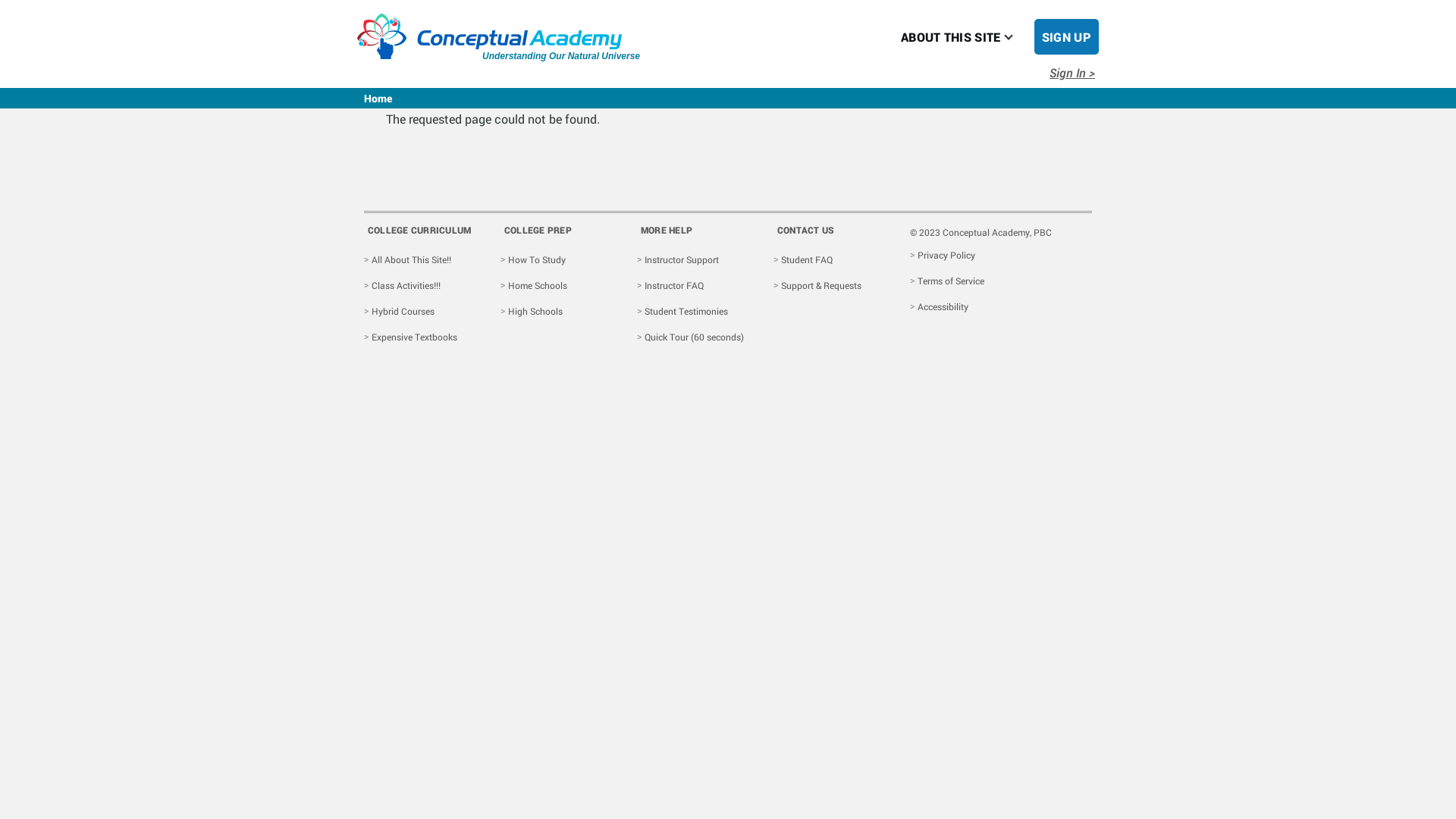 This screenshot has height=819, width=1456. I want to click on 'Instructor Support', so click(680, 259).